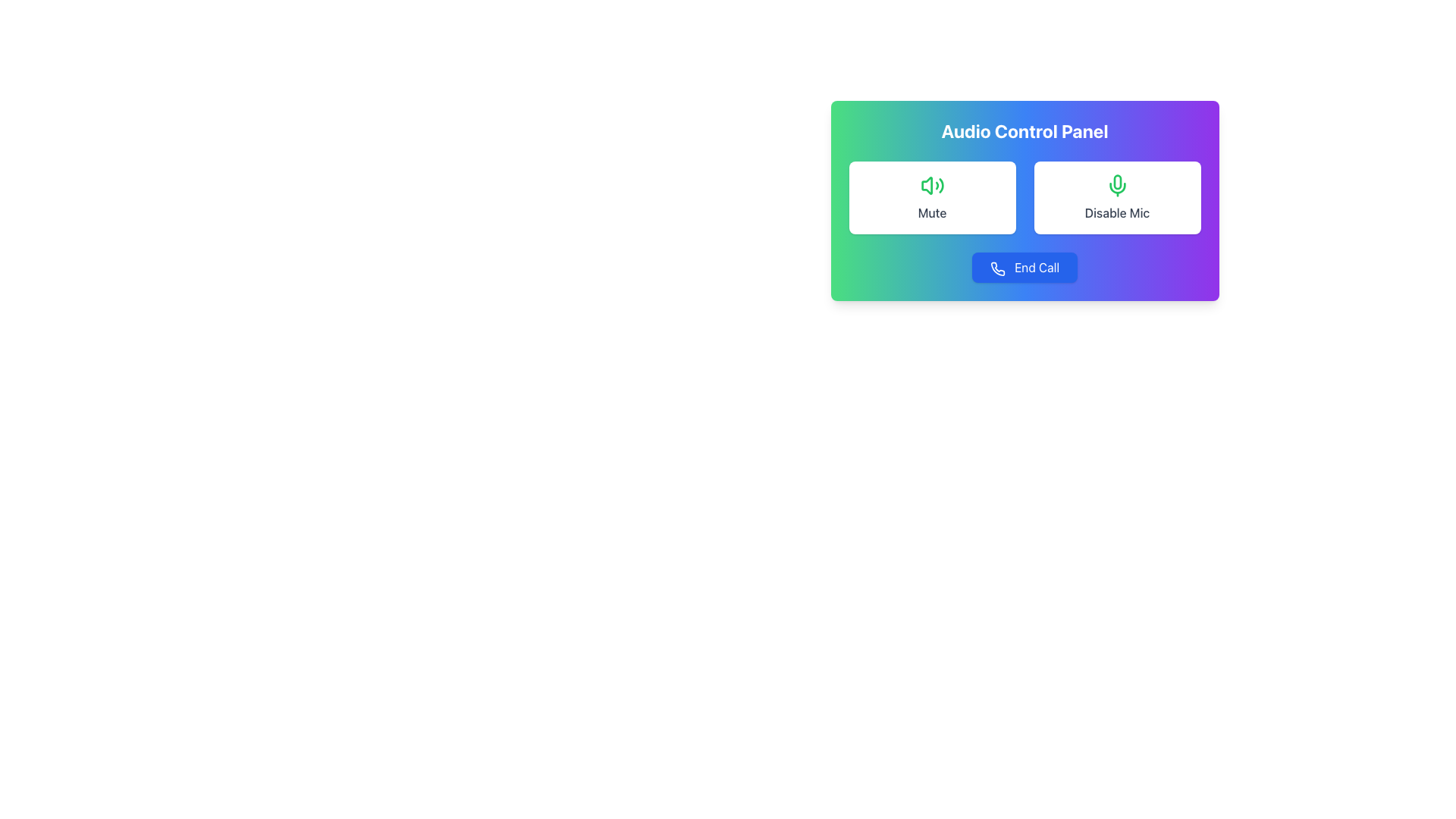  What do you see at coordinates (1117, 213) in the screenshot?
I see `the text label 'Disable Mic', which is styled in medium weight gray font and located below a microphone icon in the 'Audio Control Panel'` at bounding box center [1117, 213].